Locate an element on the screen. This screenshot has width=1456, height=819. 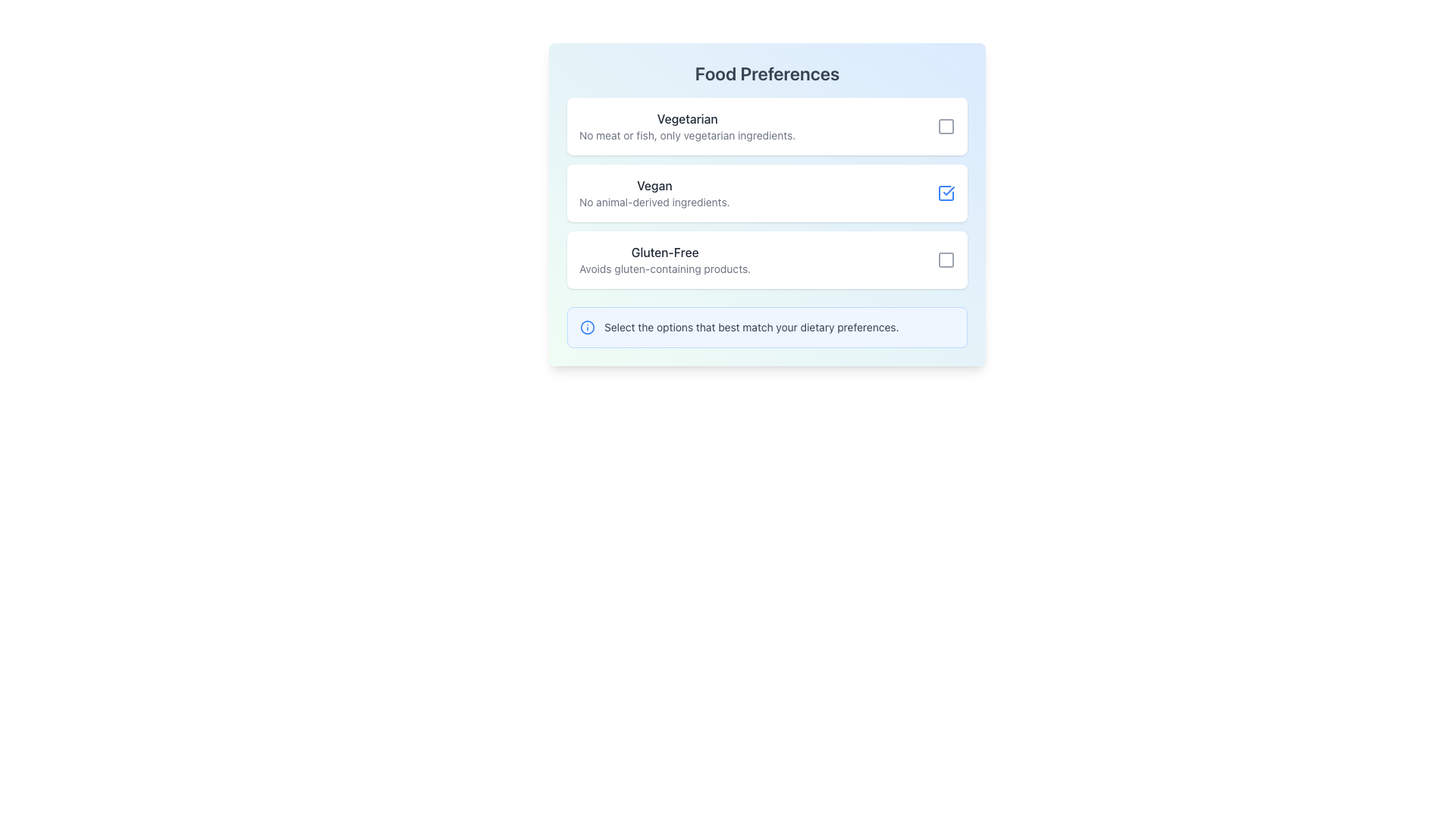
the checkbox is located at coordinates (767, 192).